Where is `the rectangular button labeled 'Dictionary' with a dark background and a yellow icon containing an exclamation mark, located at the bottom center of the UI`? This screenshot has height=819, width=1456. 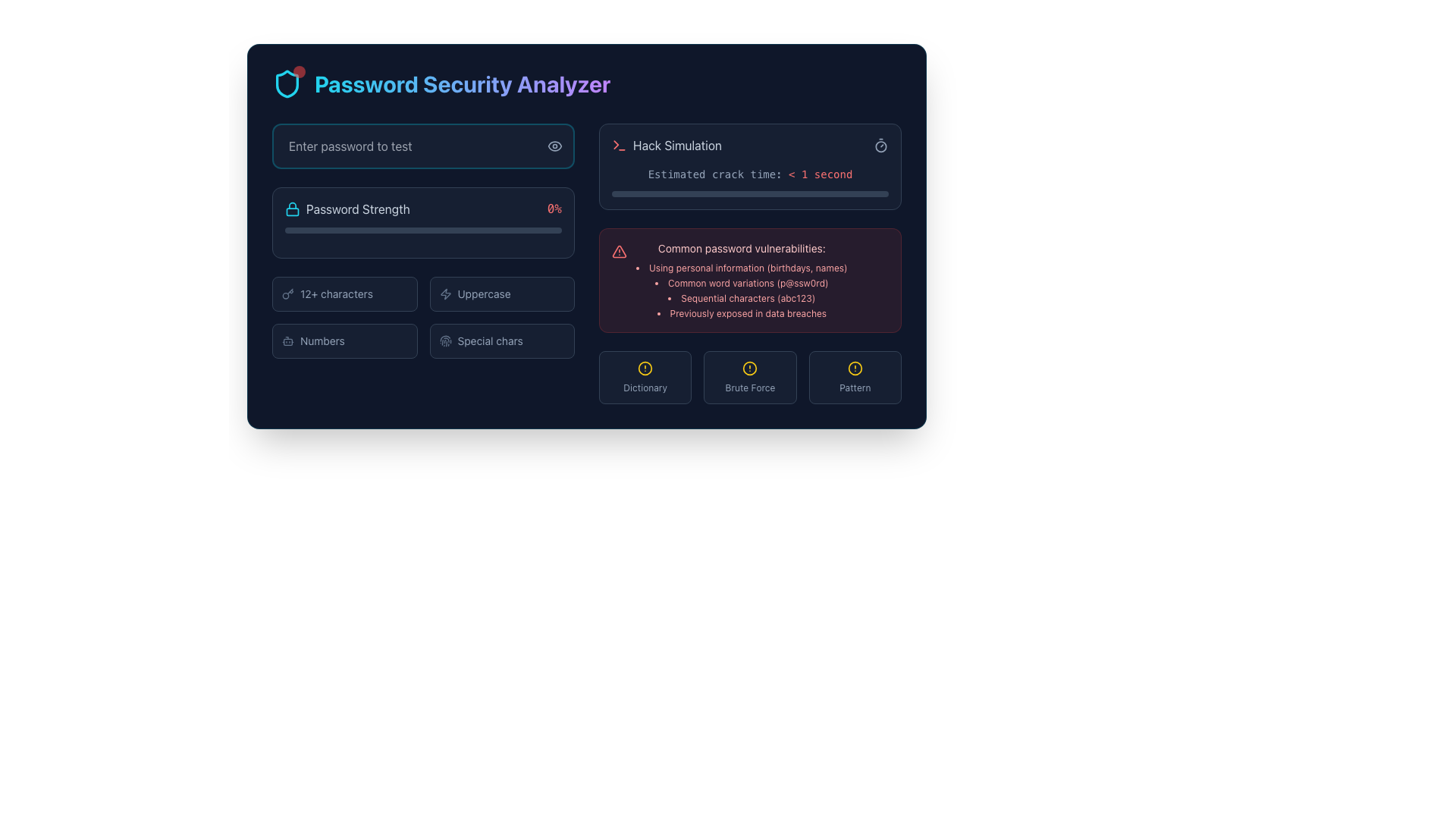
the rectangular button labeled 'Dictionary' with a dark background and a yellow icon containing an exclamation mark, located at the bottom center of the UI is located at coordinates (645, 376).